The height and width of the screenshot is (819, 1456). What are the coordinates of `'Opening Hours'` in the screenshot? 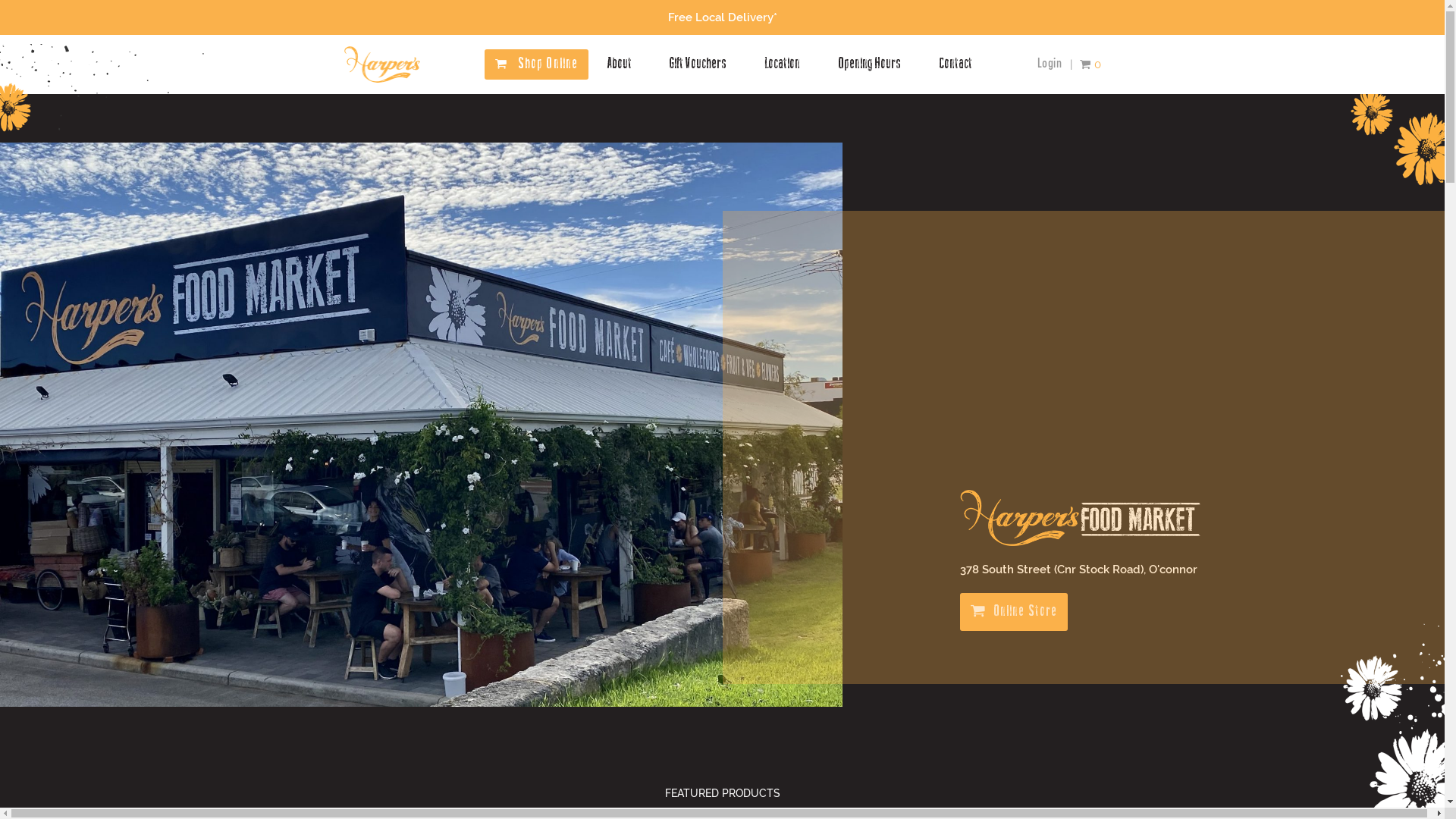 It's located at (836, 63).